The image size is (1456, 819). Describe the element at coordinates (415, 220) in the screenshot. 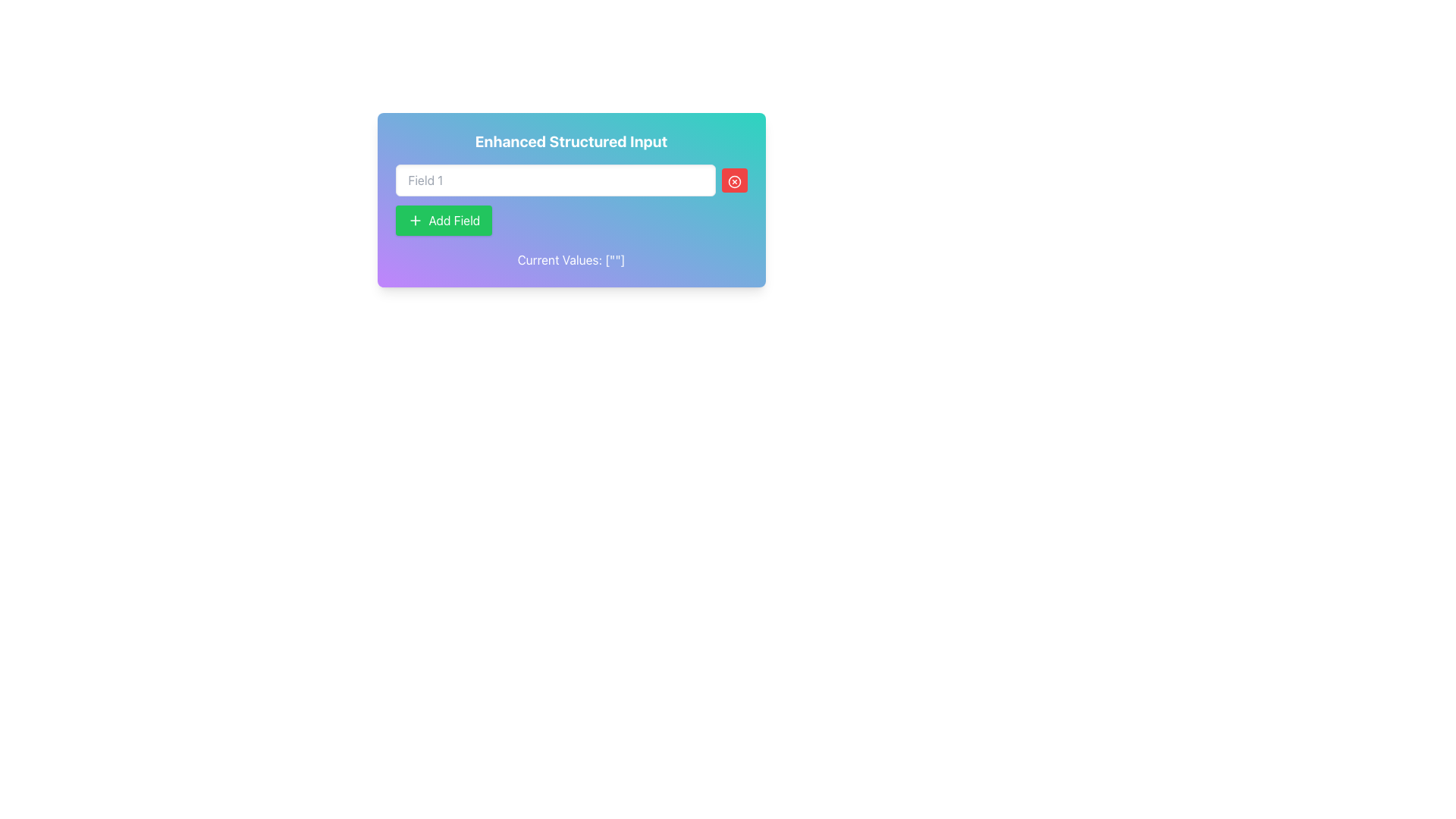

I see `the plus icon located on the left side of the 'Add Field' button, which has a green background with white lines forming a cross` at that location.